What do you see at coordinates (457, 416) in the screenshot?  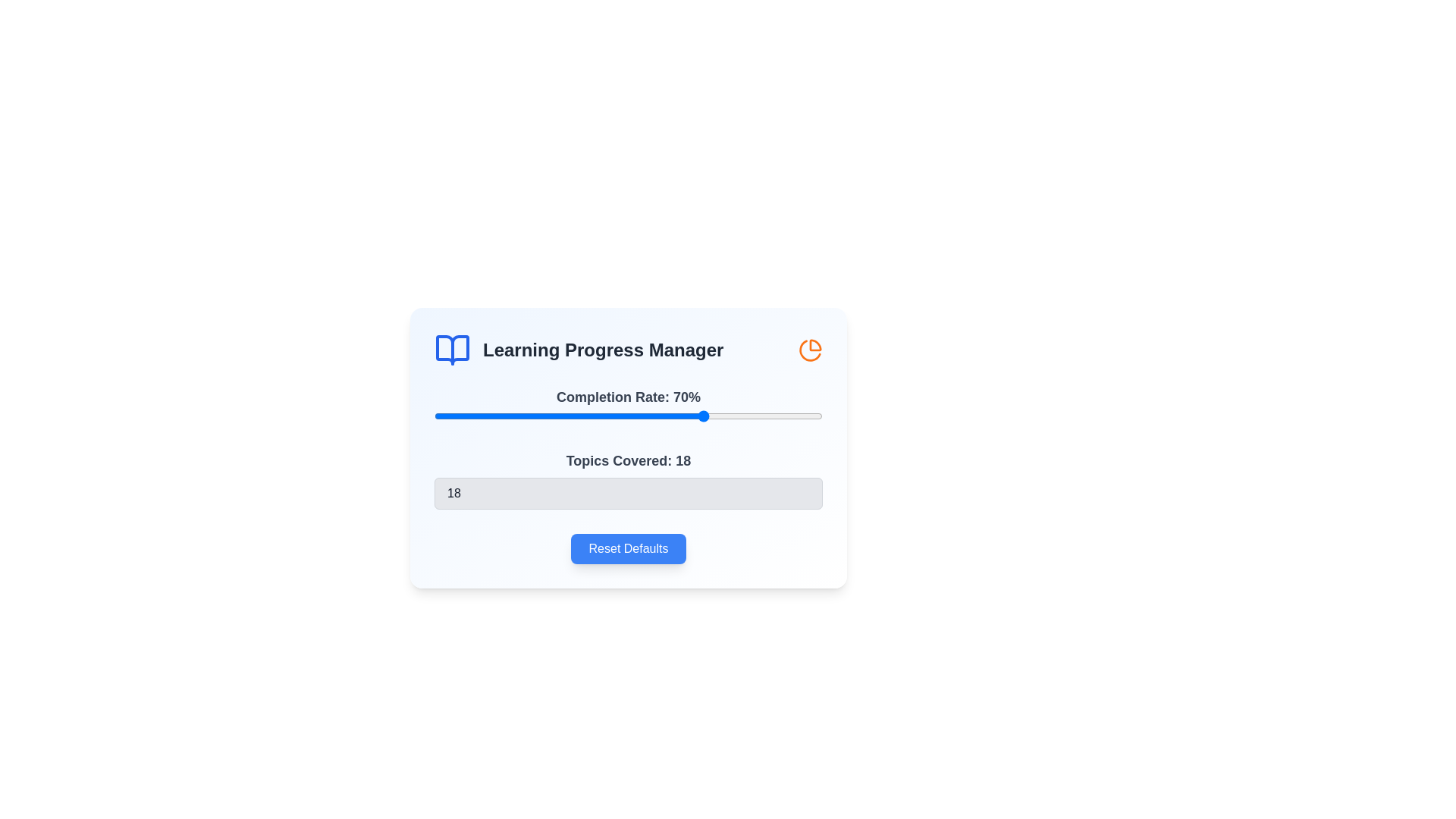 I see `the completion rate slider to 6%` at bounding box center [457, 416].